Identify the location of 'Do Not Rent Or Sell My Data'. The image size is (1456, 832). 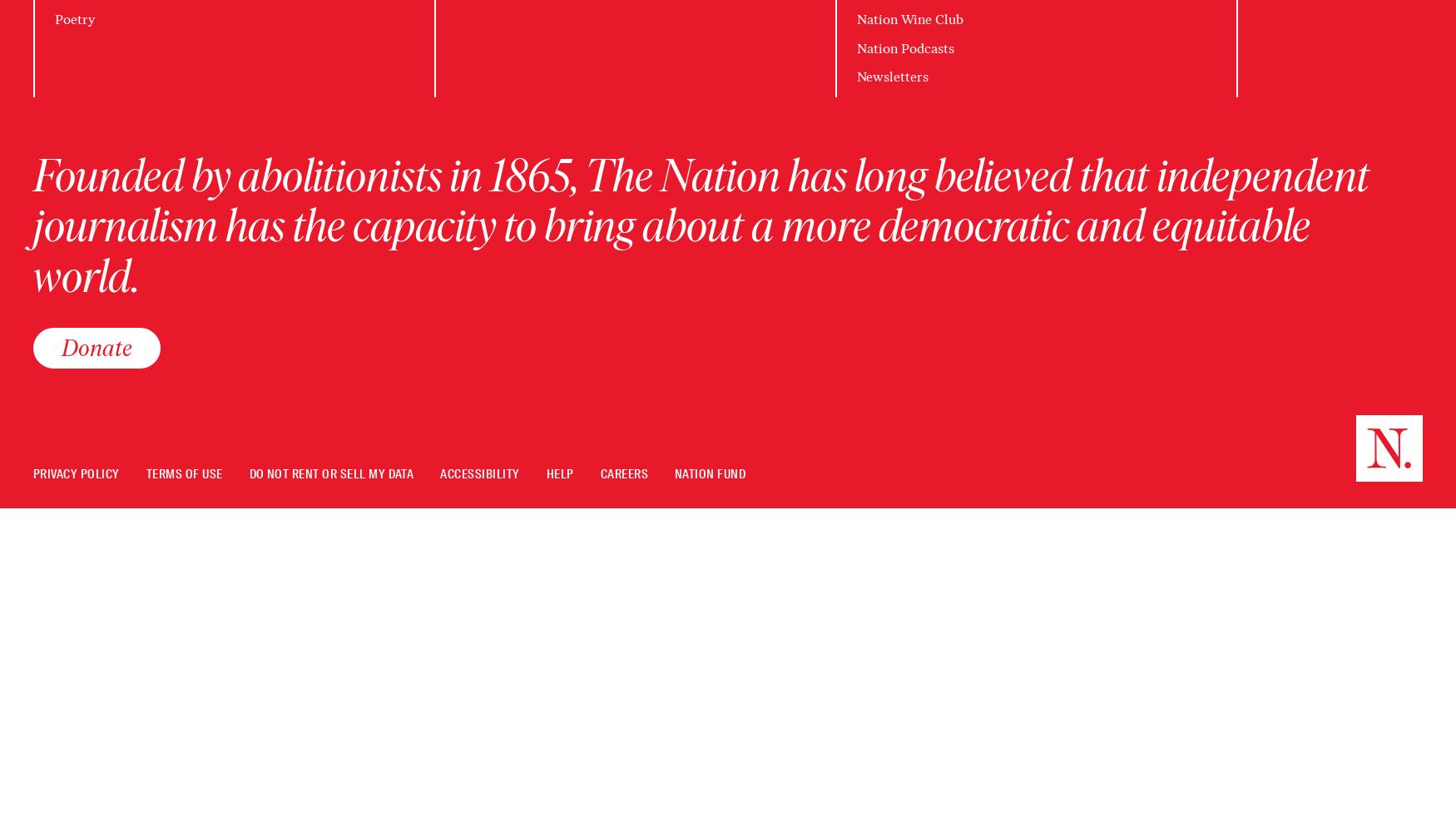
(248, 473).